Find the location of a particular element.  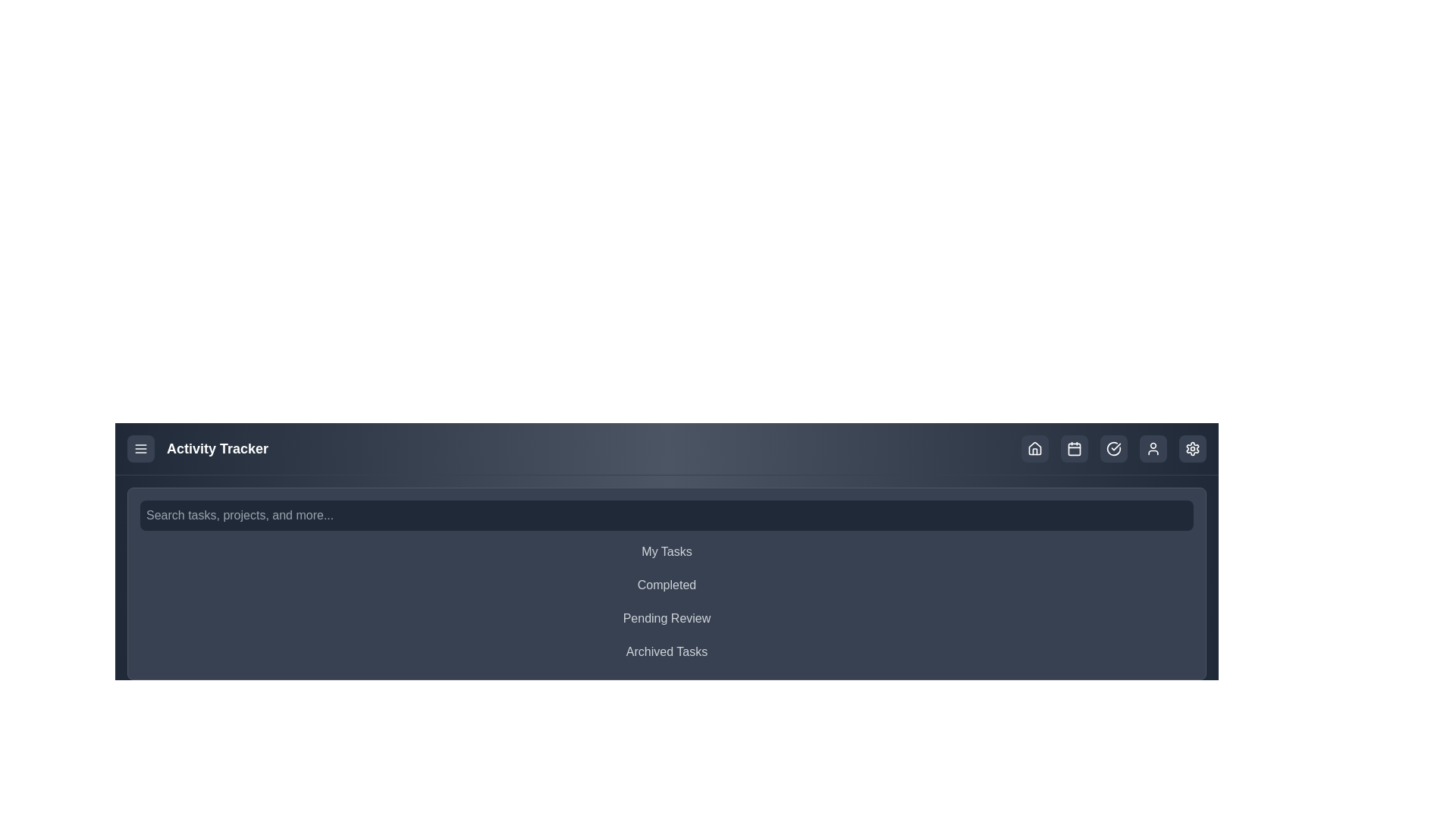

the task category My Tasks from the list is located at coordinates (667, 552).